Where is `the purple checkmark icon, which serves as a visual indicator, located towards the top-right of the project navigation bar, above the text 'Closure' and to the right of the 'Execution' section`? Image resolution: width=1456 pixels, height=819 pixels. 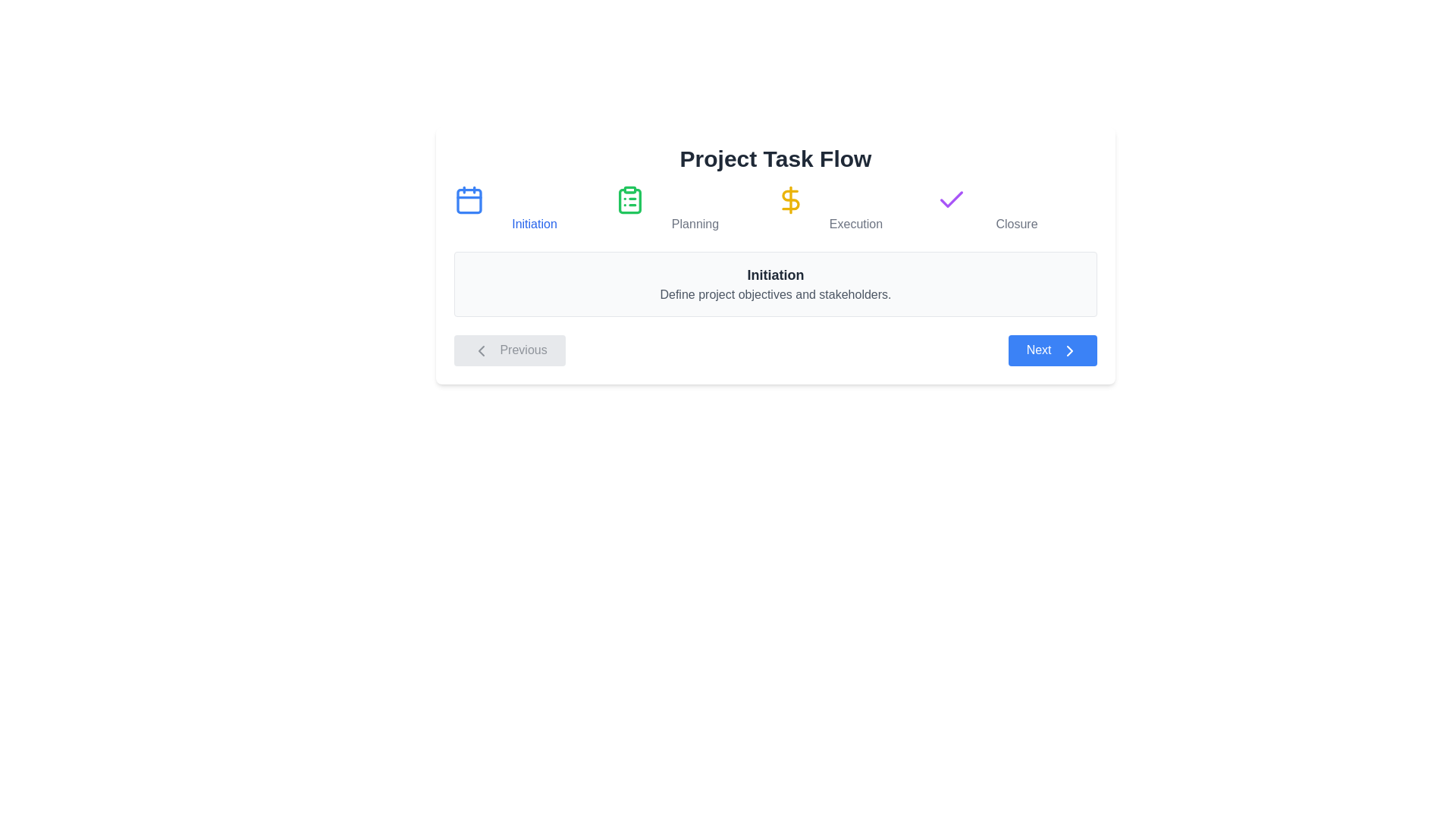 the purple checkmark icon, which serves as a visual indicator, located towards the top-right of the project navigation bar, above the text 'Closure' and to the right of the 'Execution' section is located at coordinates (950, 199).